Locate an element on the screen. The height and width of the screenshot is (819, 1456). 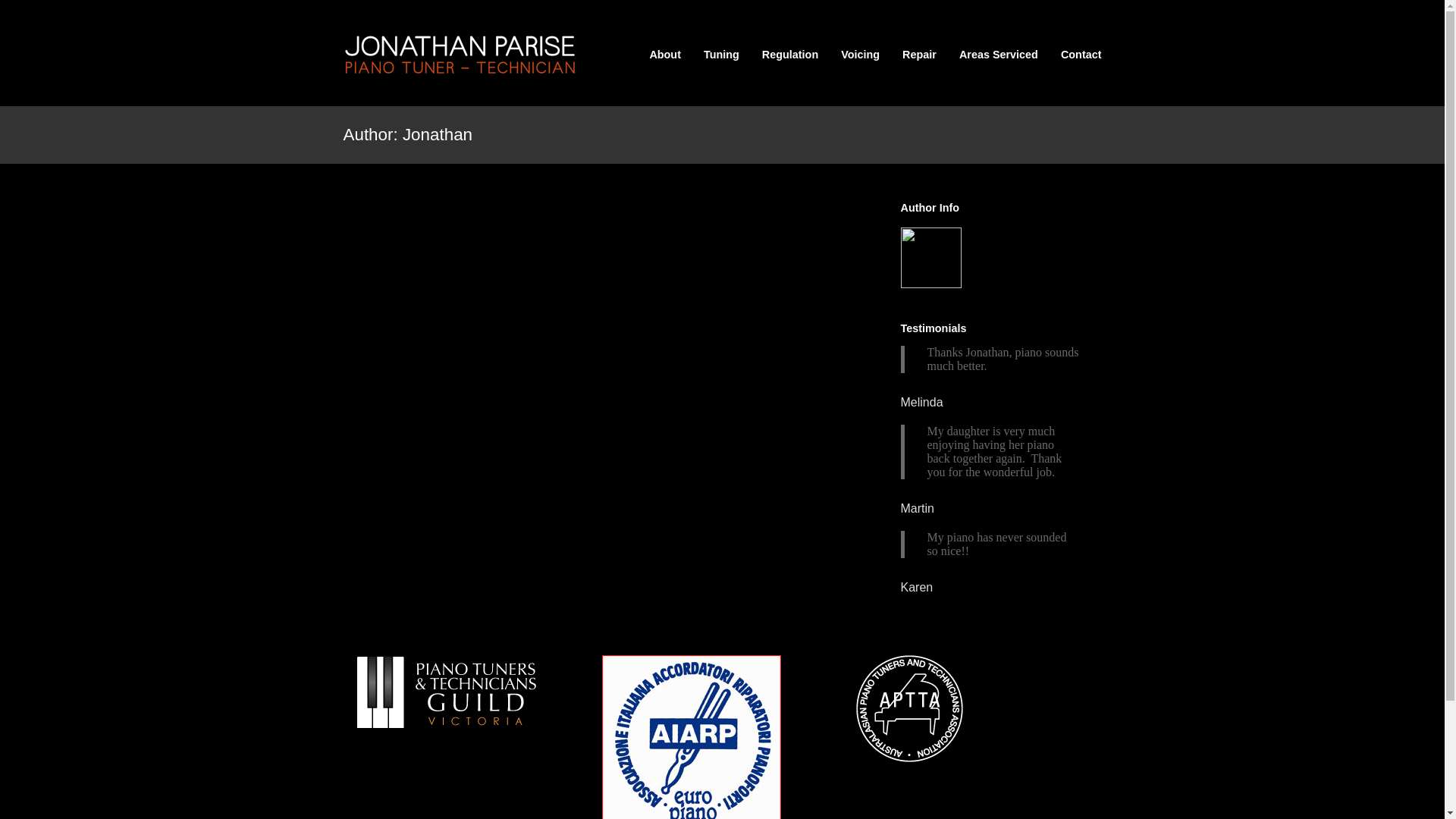
'Areas Serviced' is located at coordinates (998, 54).